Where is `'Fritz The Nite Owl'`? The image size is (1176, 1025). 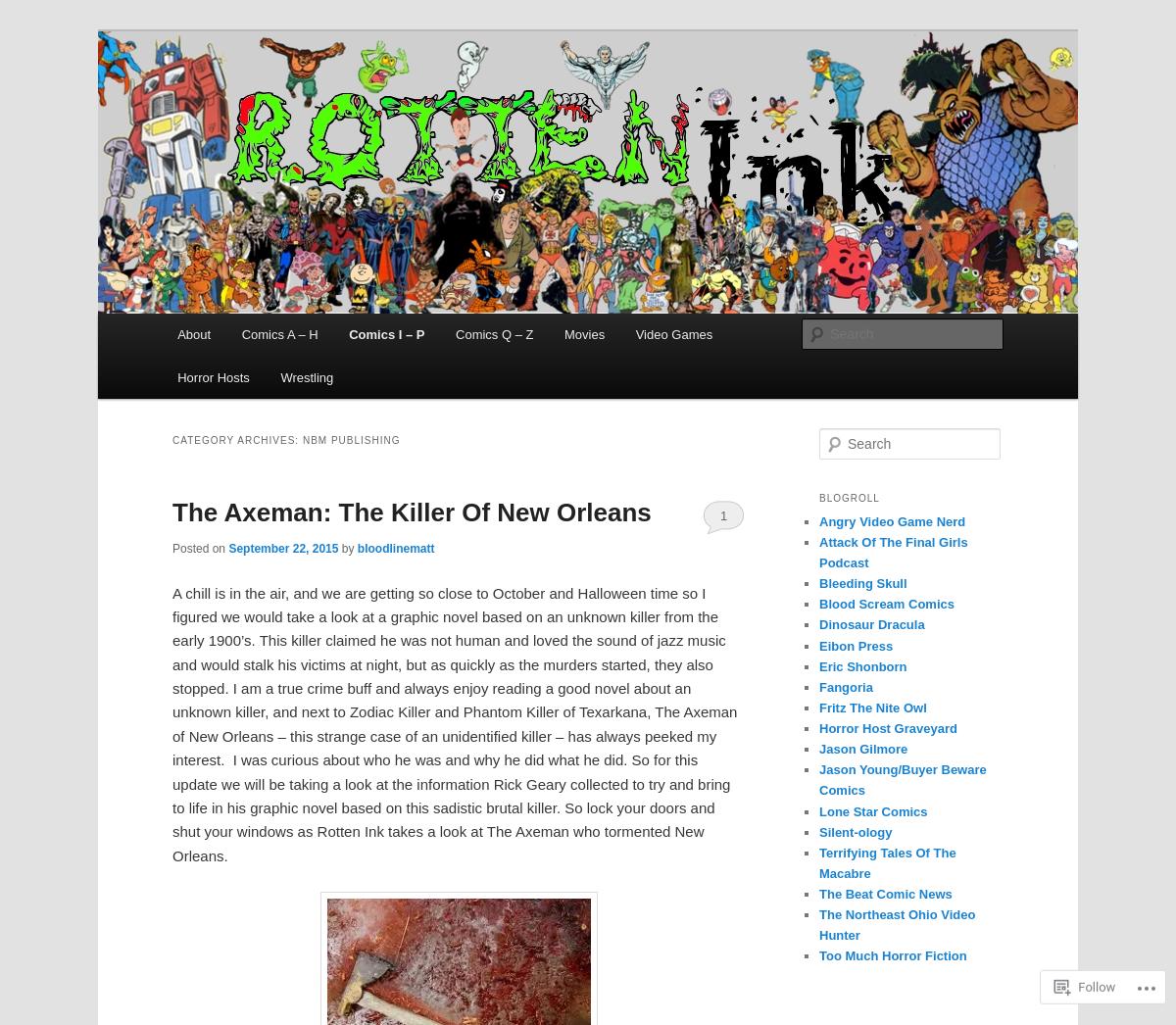
'Fritz The Nite Owl' is located at coordinates (818, 707).